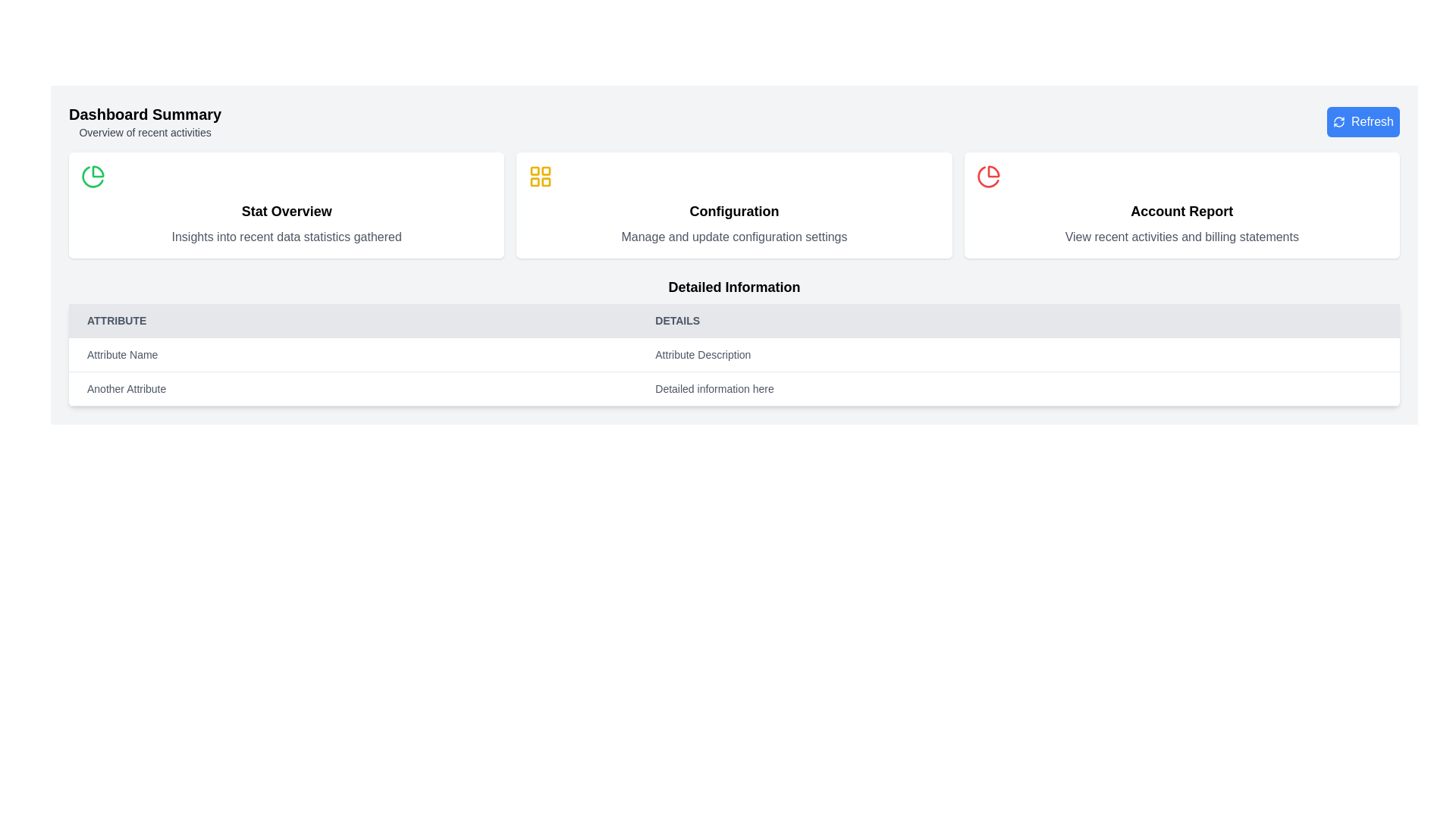 The image size is (1456, 819). Describe the element at coordinates (1018, 388) in the screenshot. I see `the detailed textual information element located to the right of 'Another Attribute' in the middle section of the webpage's information table` at that location.